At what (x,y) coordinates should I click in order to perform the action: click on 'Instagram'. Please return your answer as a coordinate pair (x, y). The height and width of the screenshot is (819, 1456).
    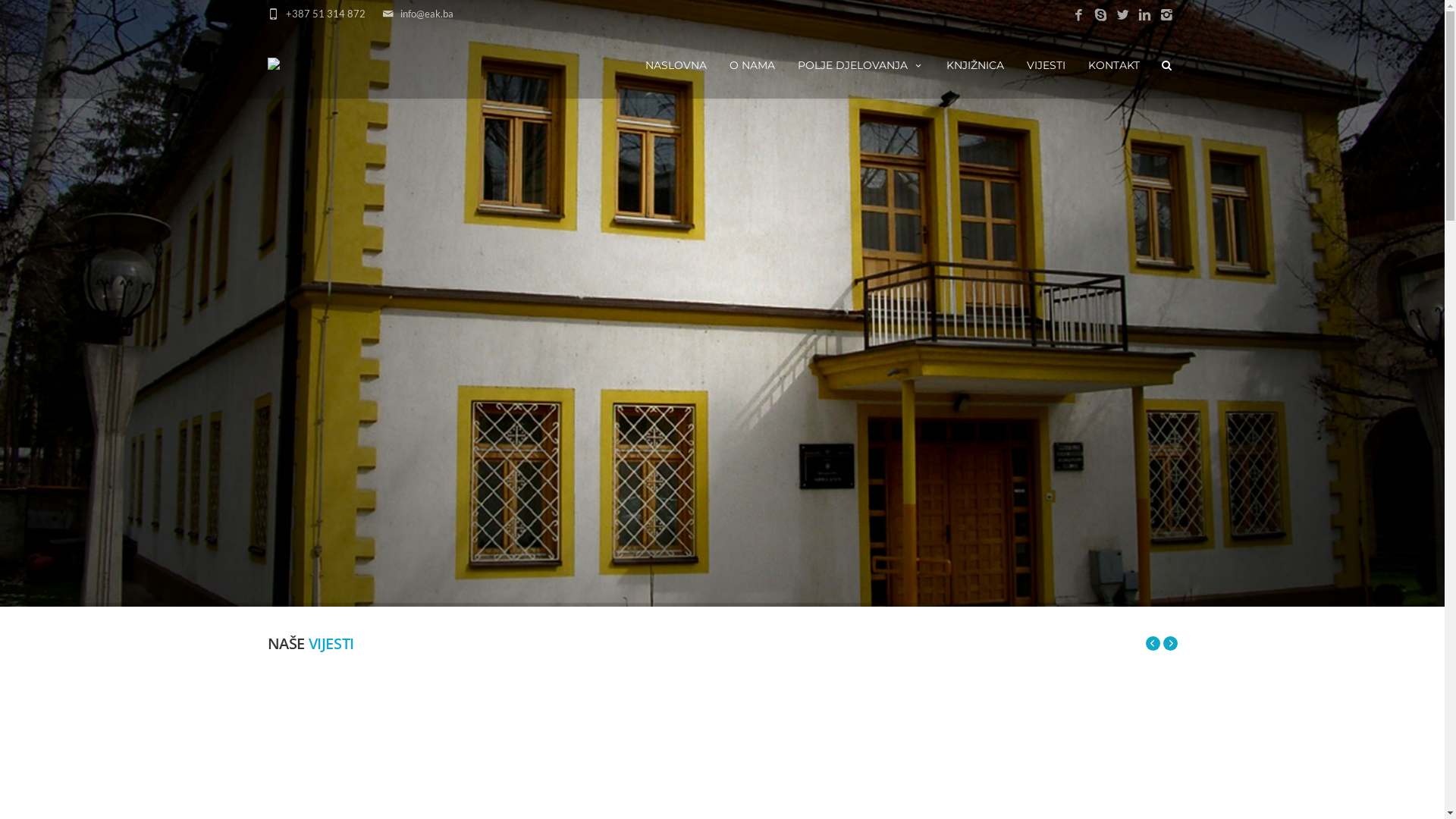
    Looking at the image, I should click on (1143, 791).